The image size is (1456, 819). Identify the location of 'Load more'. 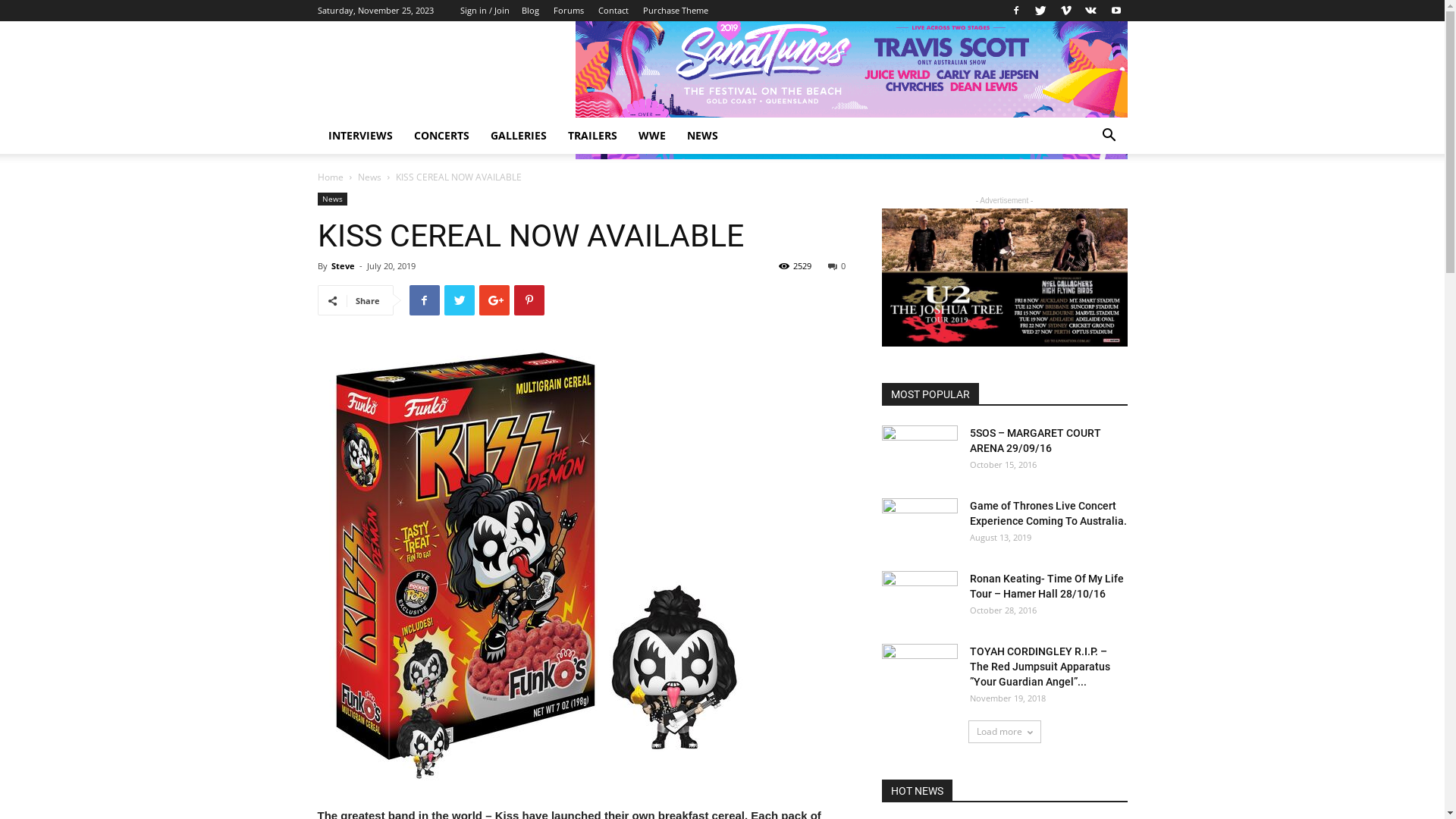
(1004, 730).